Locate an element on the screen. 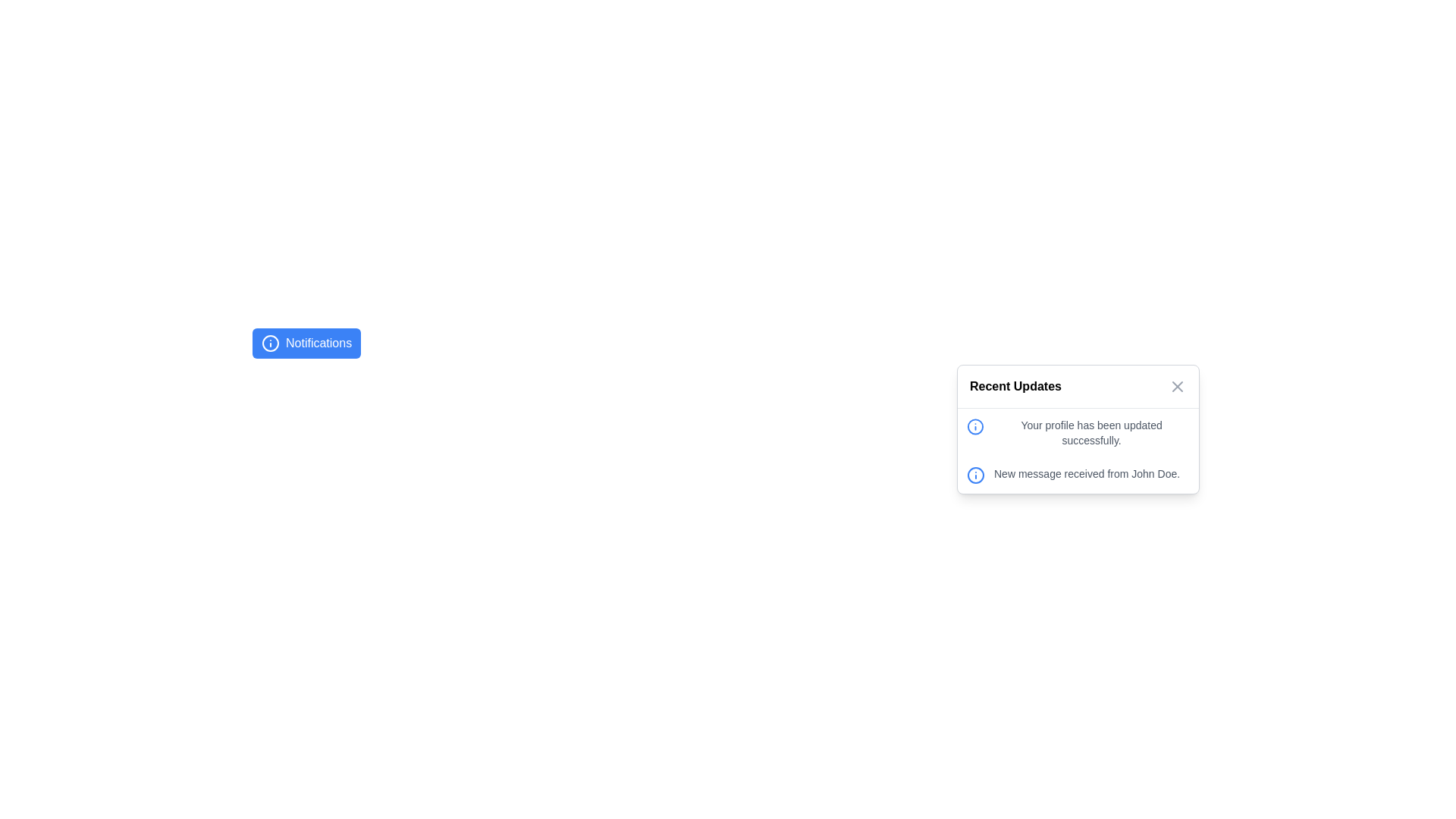  the close button located in the top-right corner of the 'Recent Updates' section to change its color is located at coordinates (1177, 385).